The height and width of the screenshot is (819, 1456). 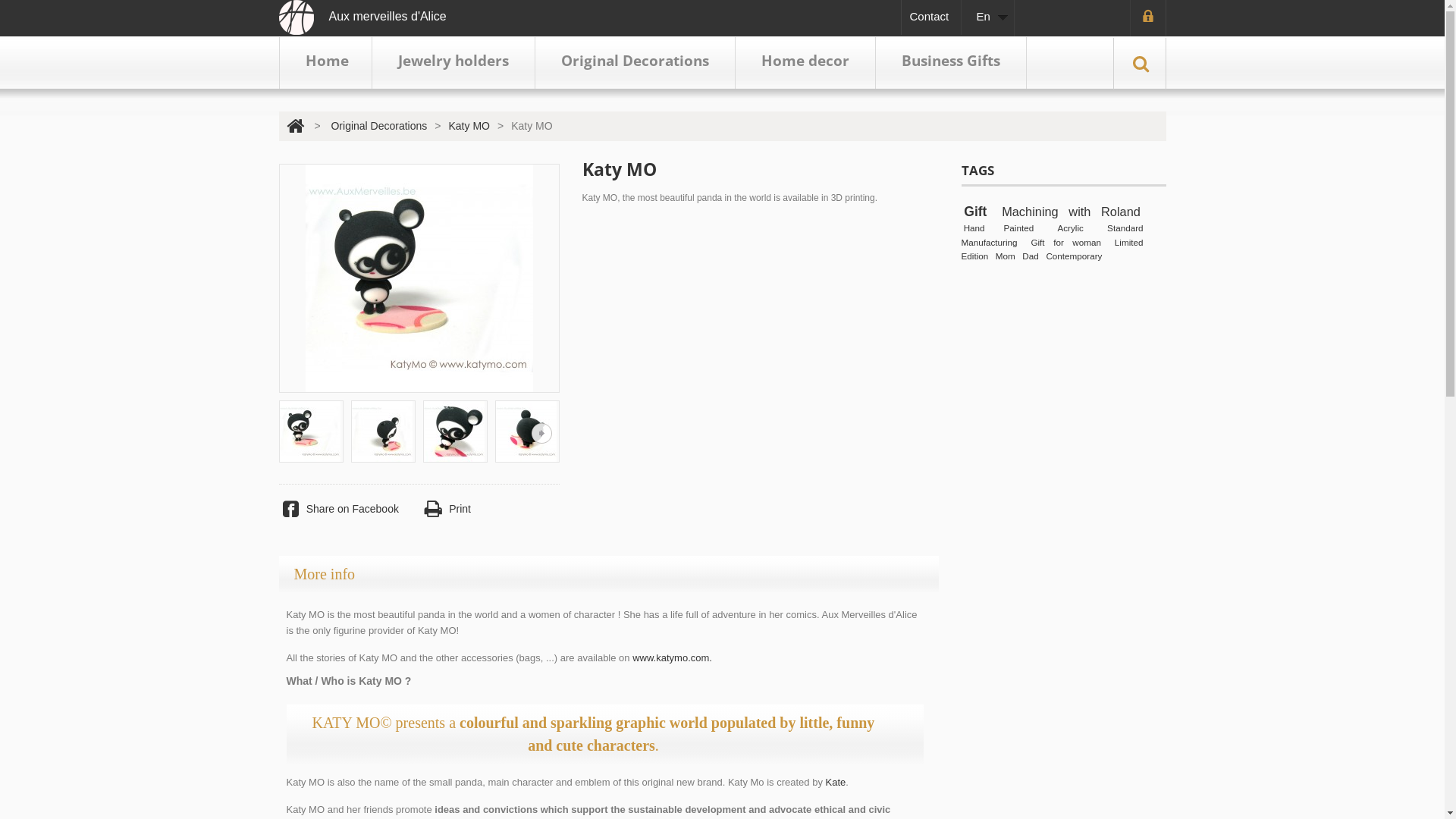 I want to click on 'Kate', so click(x=835, y=782).